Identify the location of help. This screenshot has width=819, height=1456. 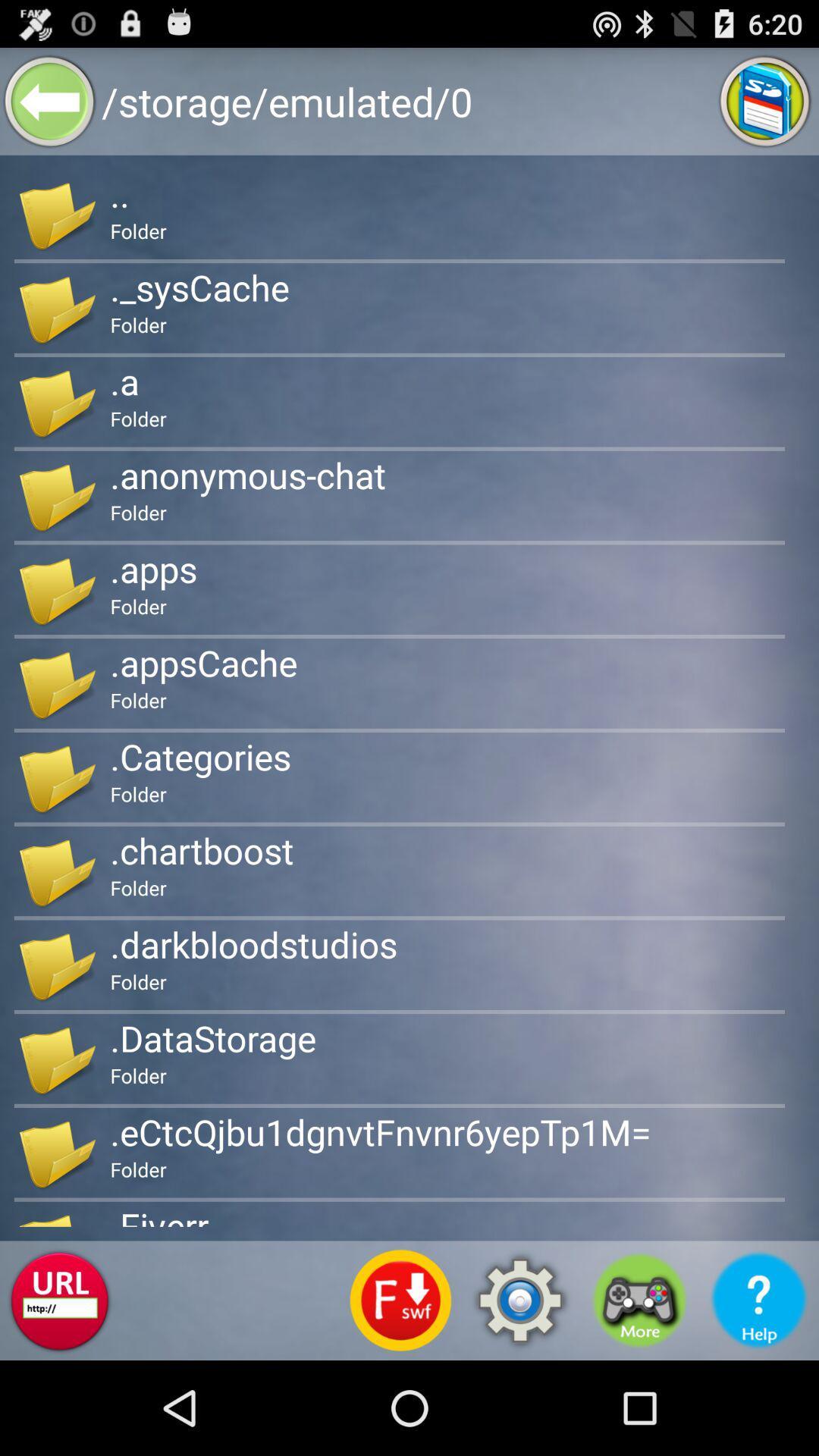
(759, 1300).